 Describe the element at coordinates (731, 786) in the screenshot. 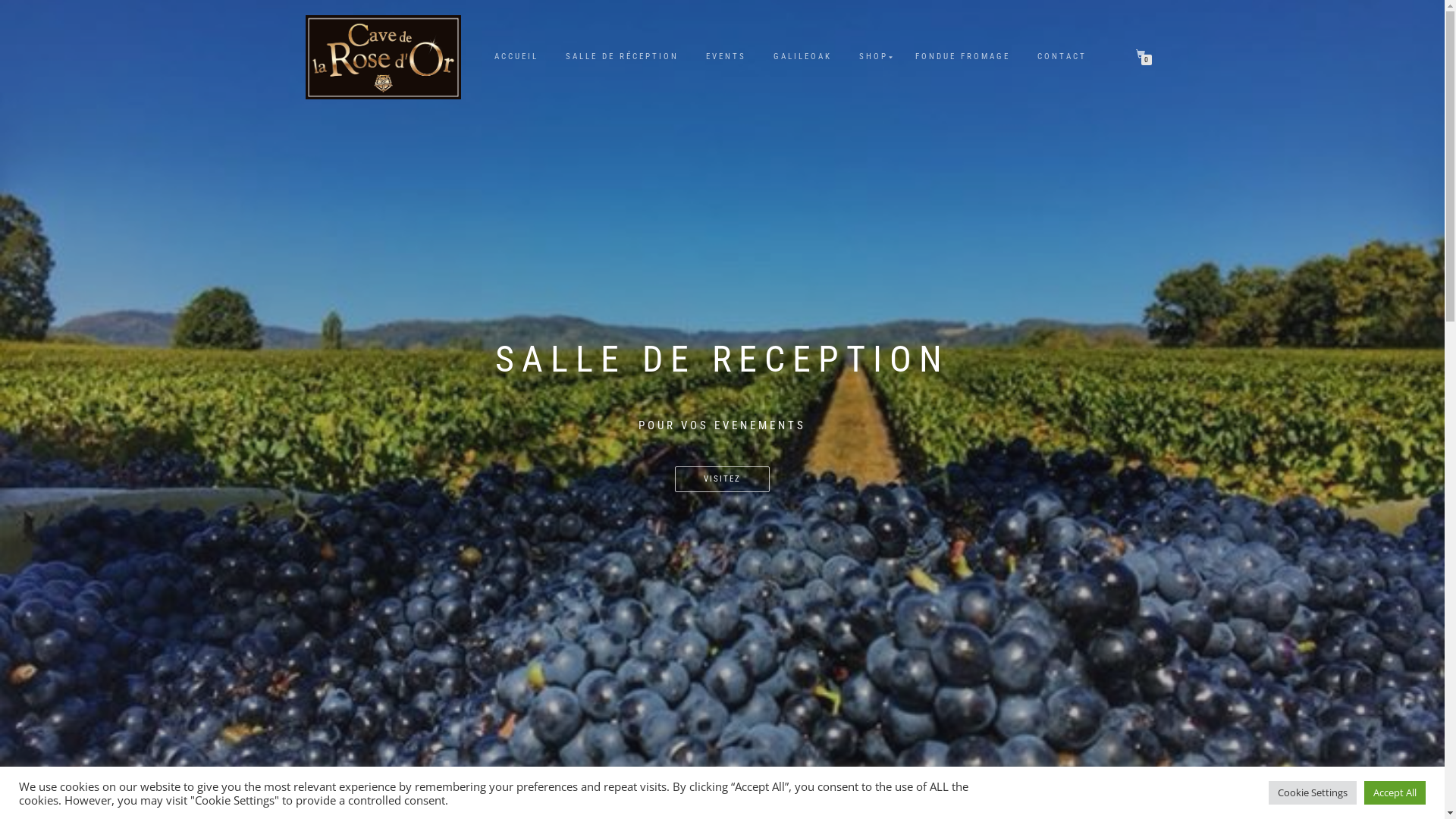

I see `'4'` at that location.